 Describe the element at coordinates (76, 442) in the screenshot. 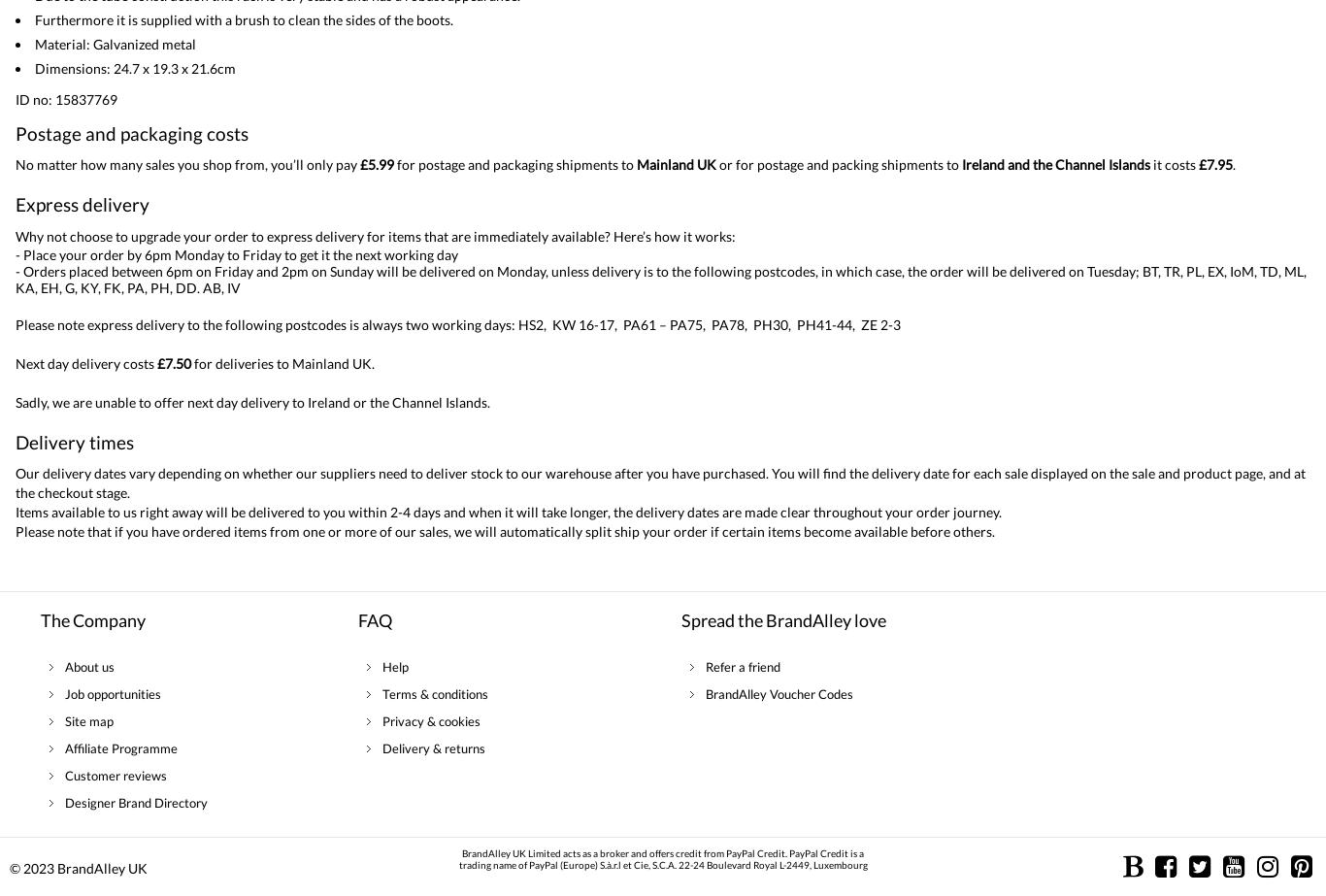

I see `'Delivery times'` at that location.